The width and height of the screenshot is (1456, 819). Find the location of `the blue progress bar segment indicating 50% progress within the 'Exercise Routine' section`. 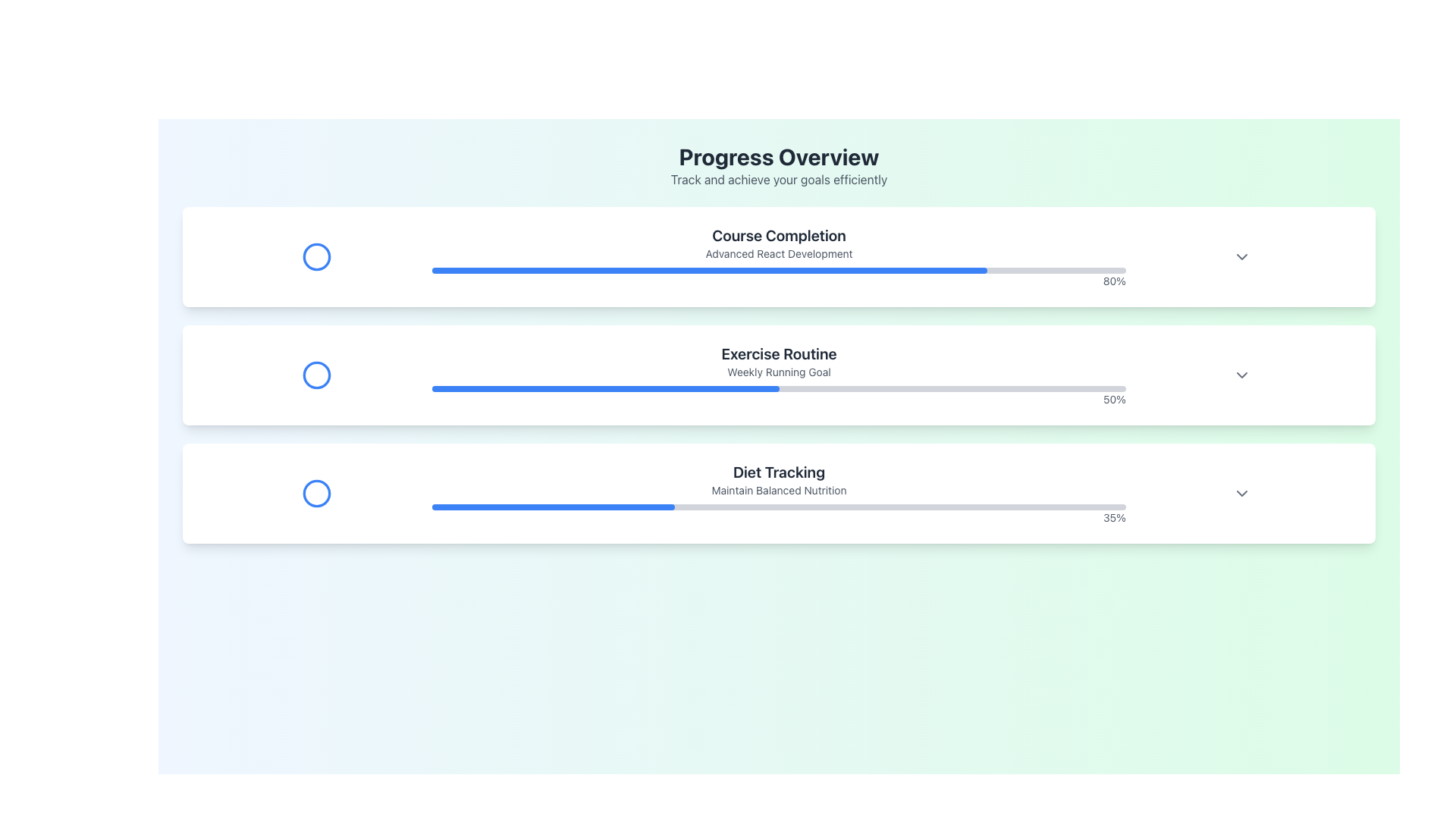

the blue progress bar segment indicating 50% progress within the 'Exercise Routine' section is located at coordinates (604, 388).